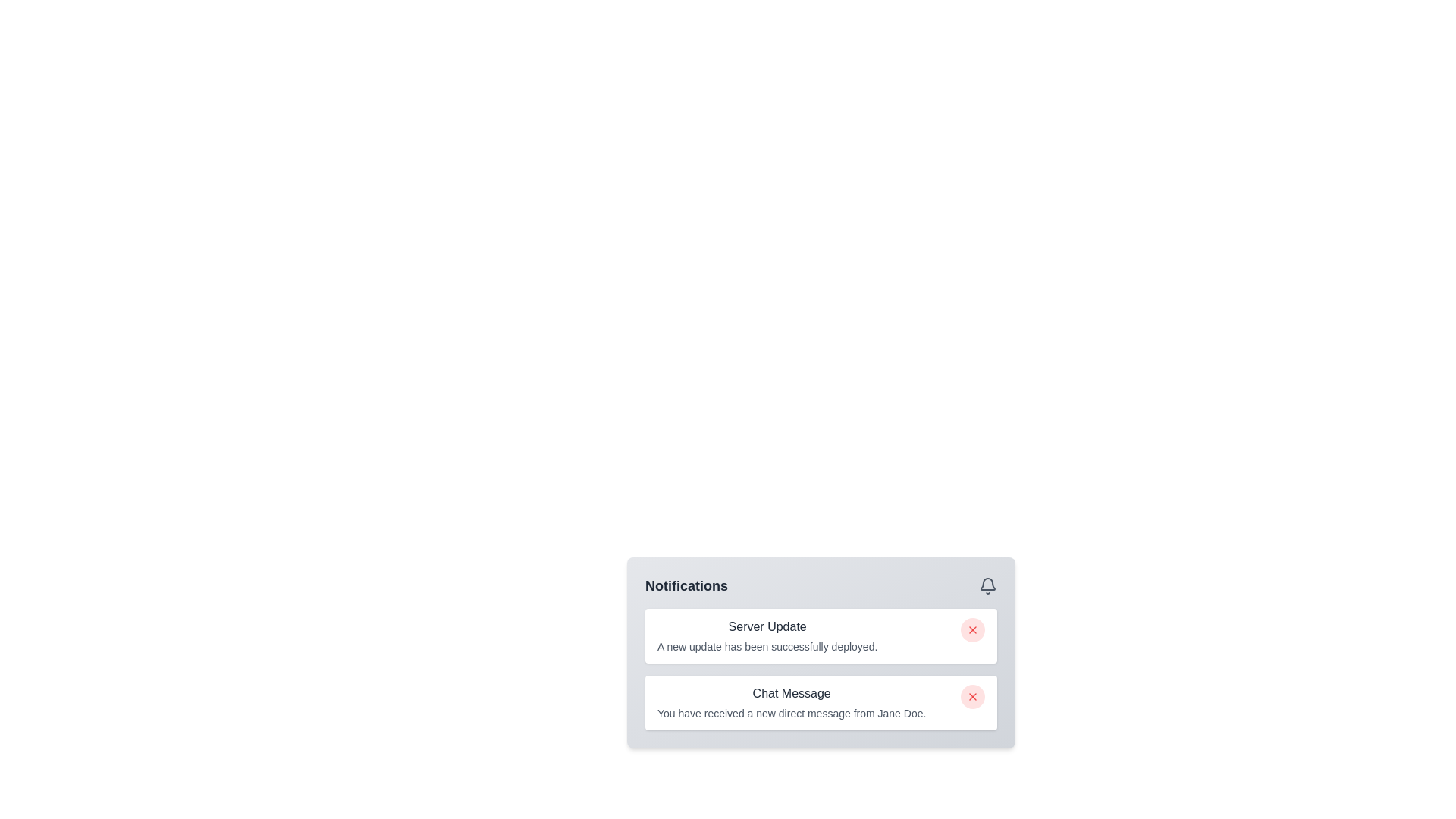 This screenshot has width=1456, height=819. I want to click on the text block that displays 'Chat Message' and the notification 'You have received a new direct message from Jane Doe.' which is styled in a notification message format within a white card, so click(791, 702).